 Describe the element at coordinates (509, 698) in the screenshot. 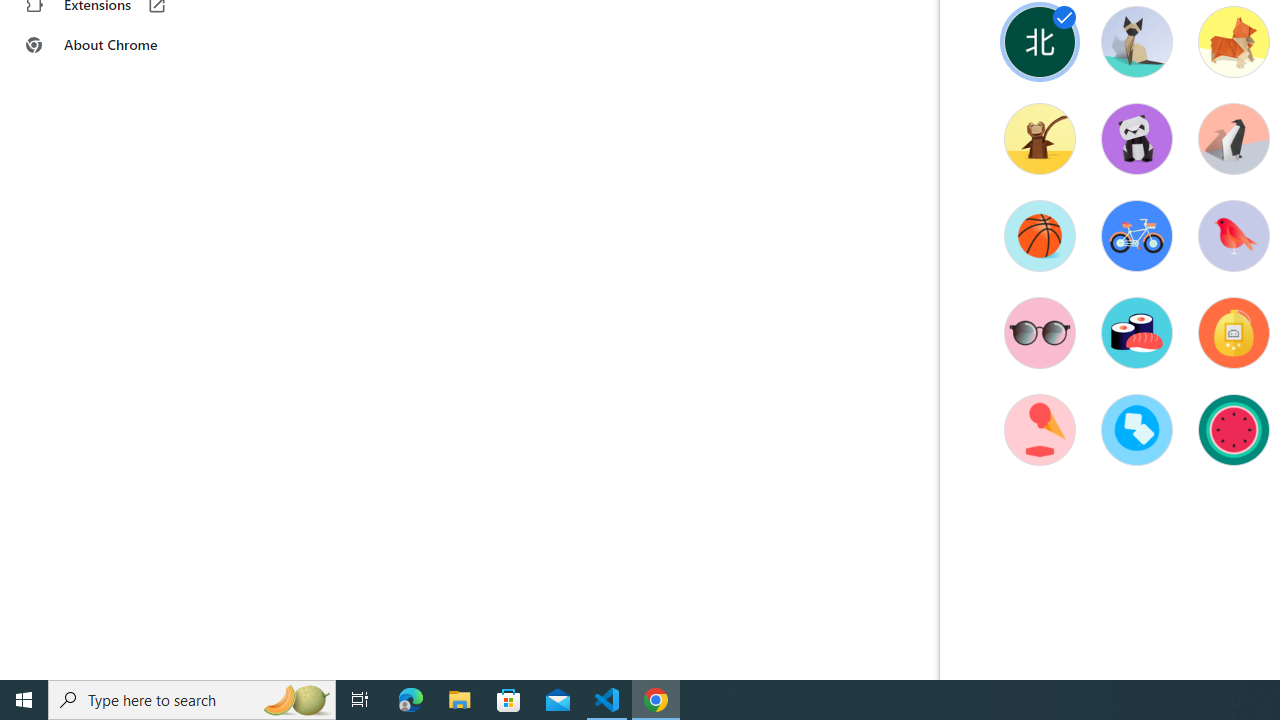

I see `'Microsoft Store'` at that location.